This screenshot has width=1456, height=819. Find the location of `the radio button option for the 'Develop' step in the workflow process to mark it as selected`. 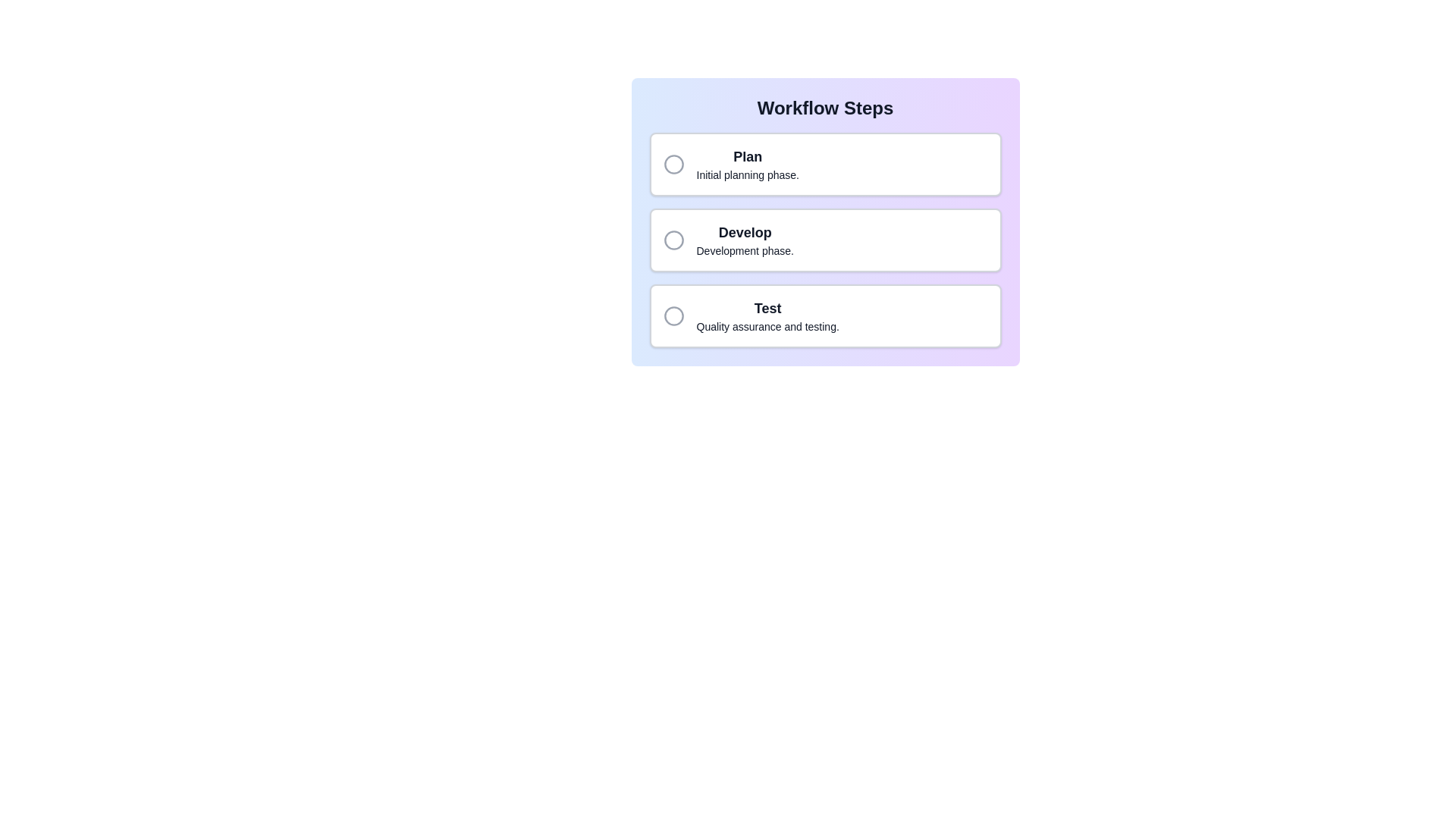

the radio button option for the 'Develop' step in the workflow process to mark it as selected is located at coordinates (824, 239).